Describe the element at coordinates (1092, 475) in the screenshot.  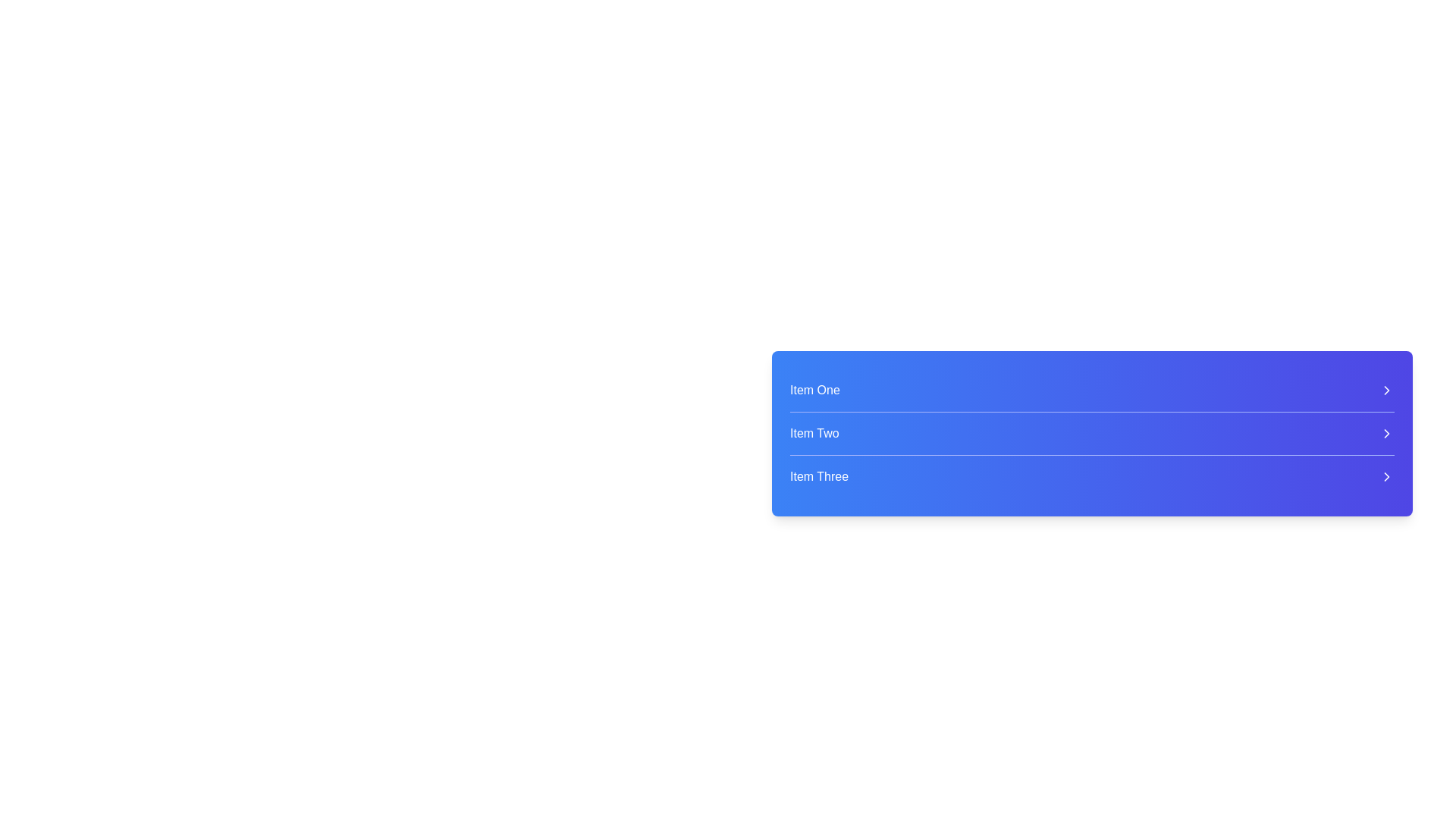
I see `the third list item labeled 'Item Three'` at that location.